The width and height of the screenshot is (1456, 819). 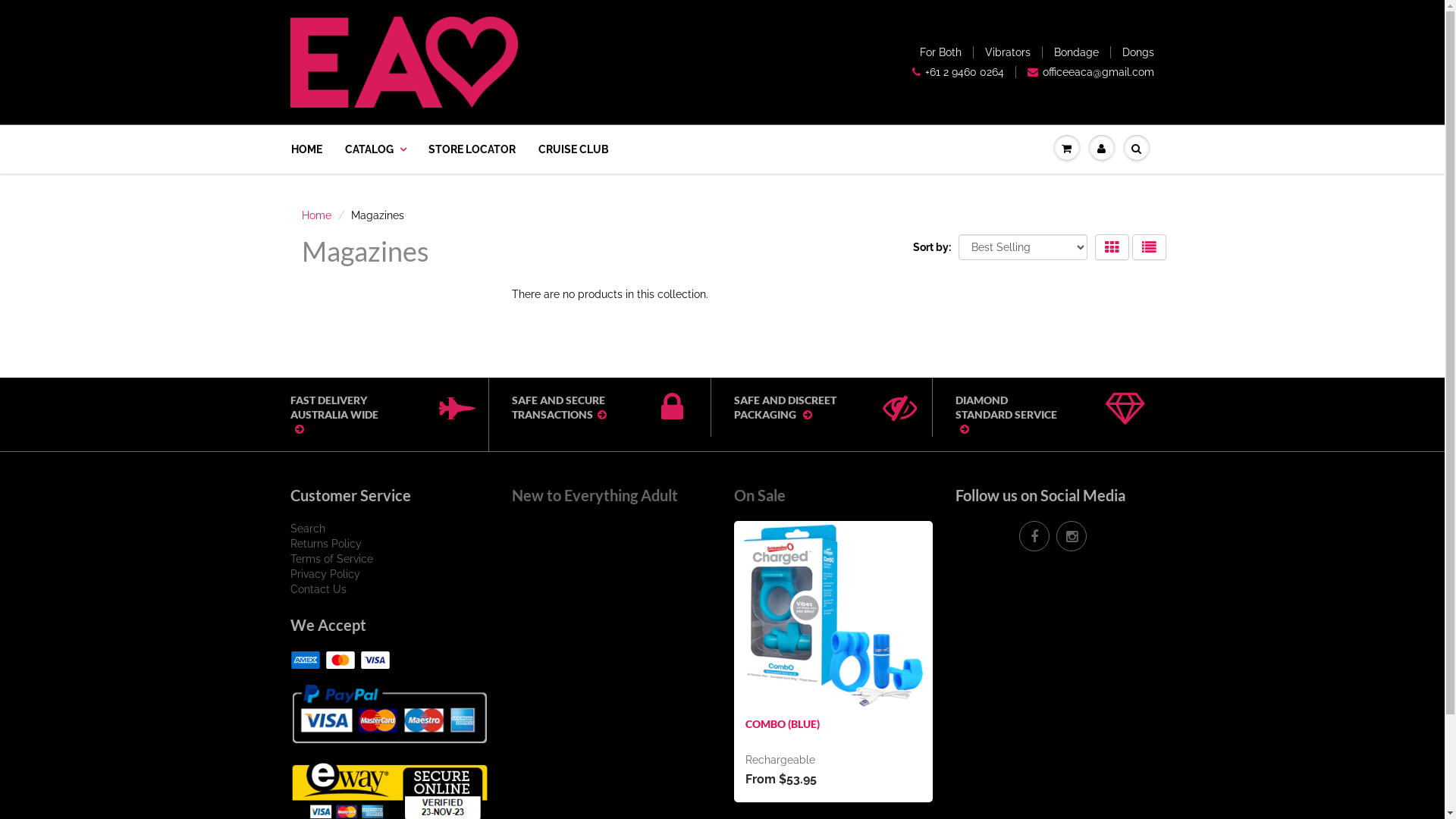 I want to click on 'eWAY Payment Gateway', so click(x=290, y=789).